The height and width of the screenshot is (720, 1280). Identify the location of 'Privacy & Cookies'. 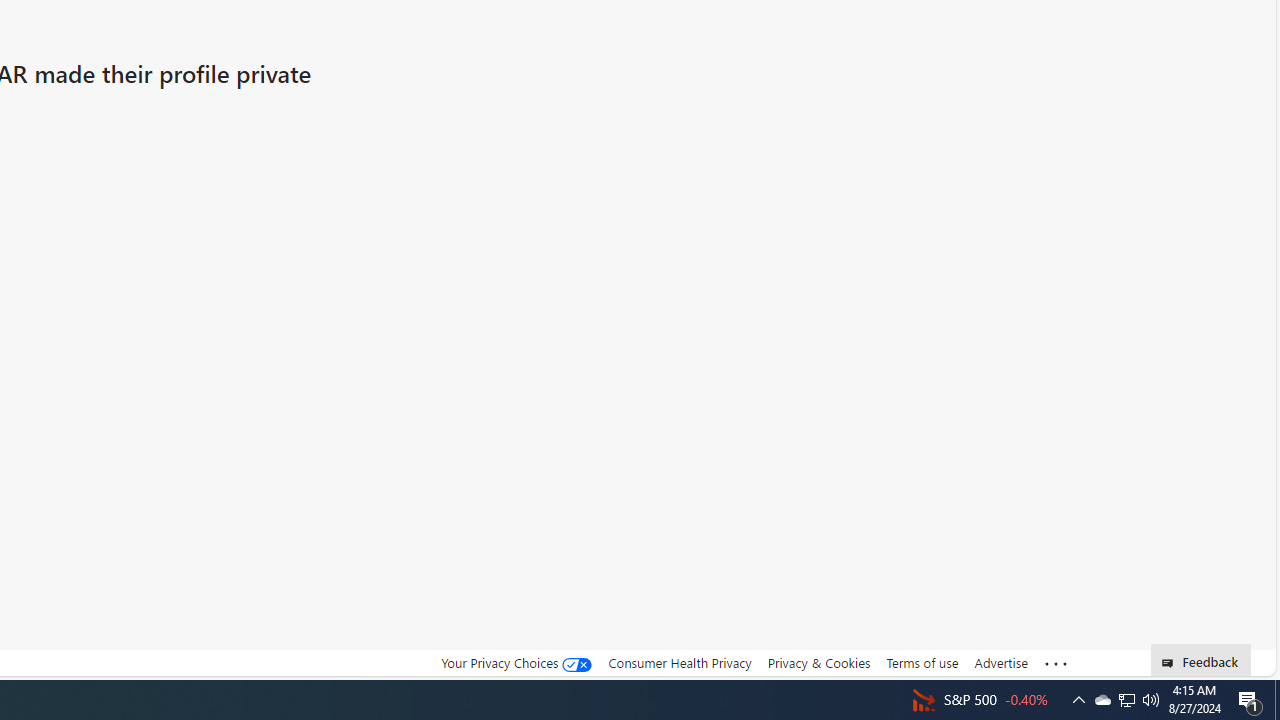
(818, 662).